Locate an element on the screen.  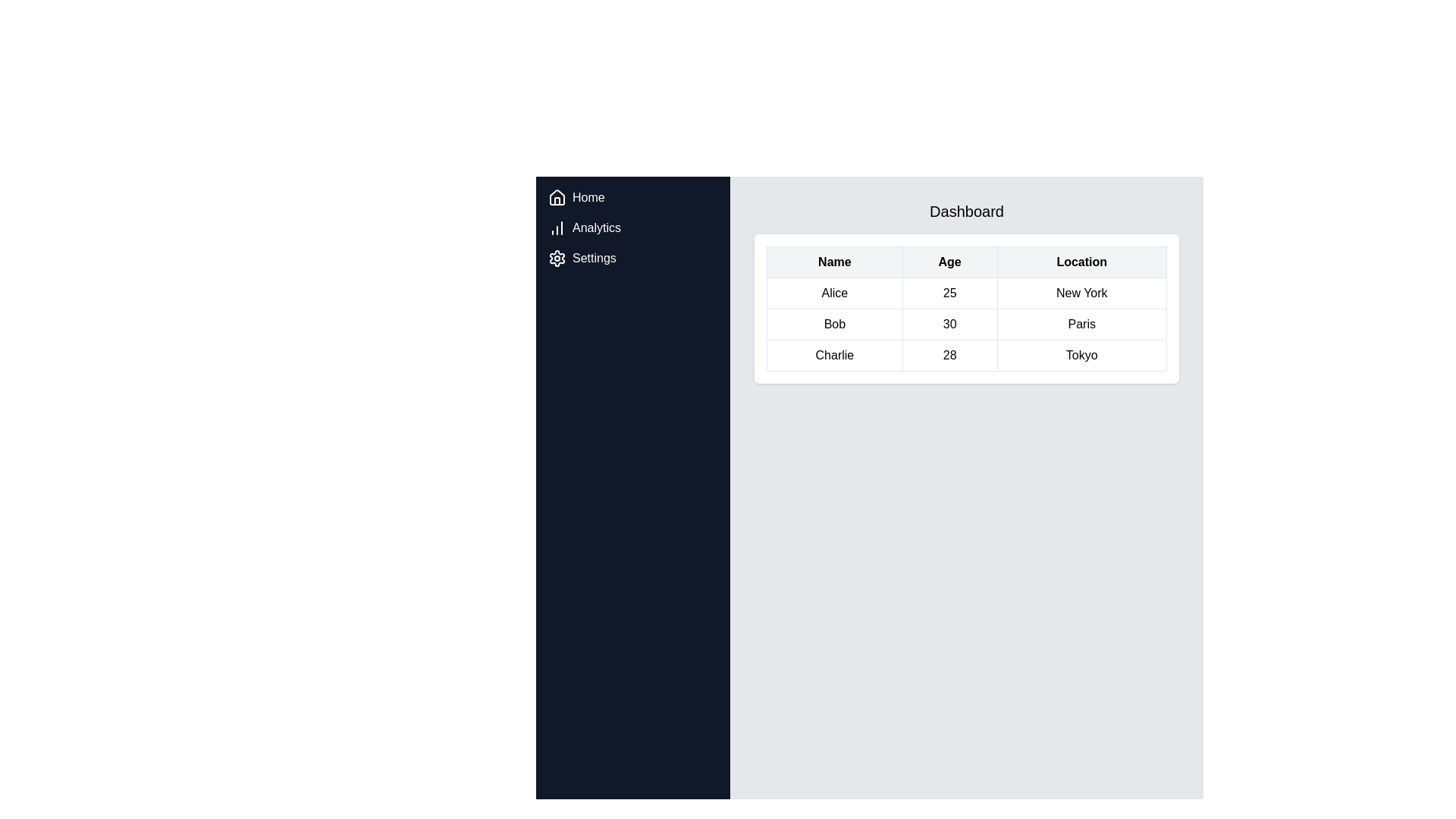
the navigation menu item located in the sidebar under 'Home' and above 'Settings' is located at coordinates (633, 227).